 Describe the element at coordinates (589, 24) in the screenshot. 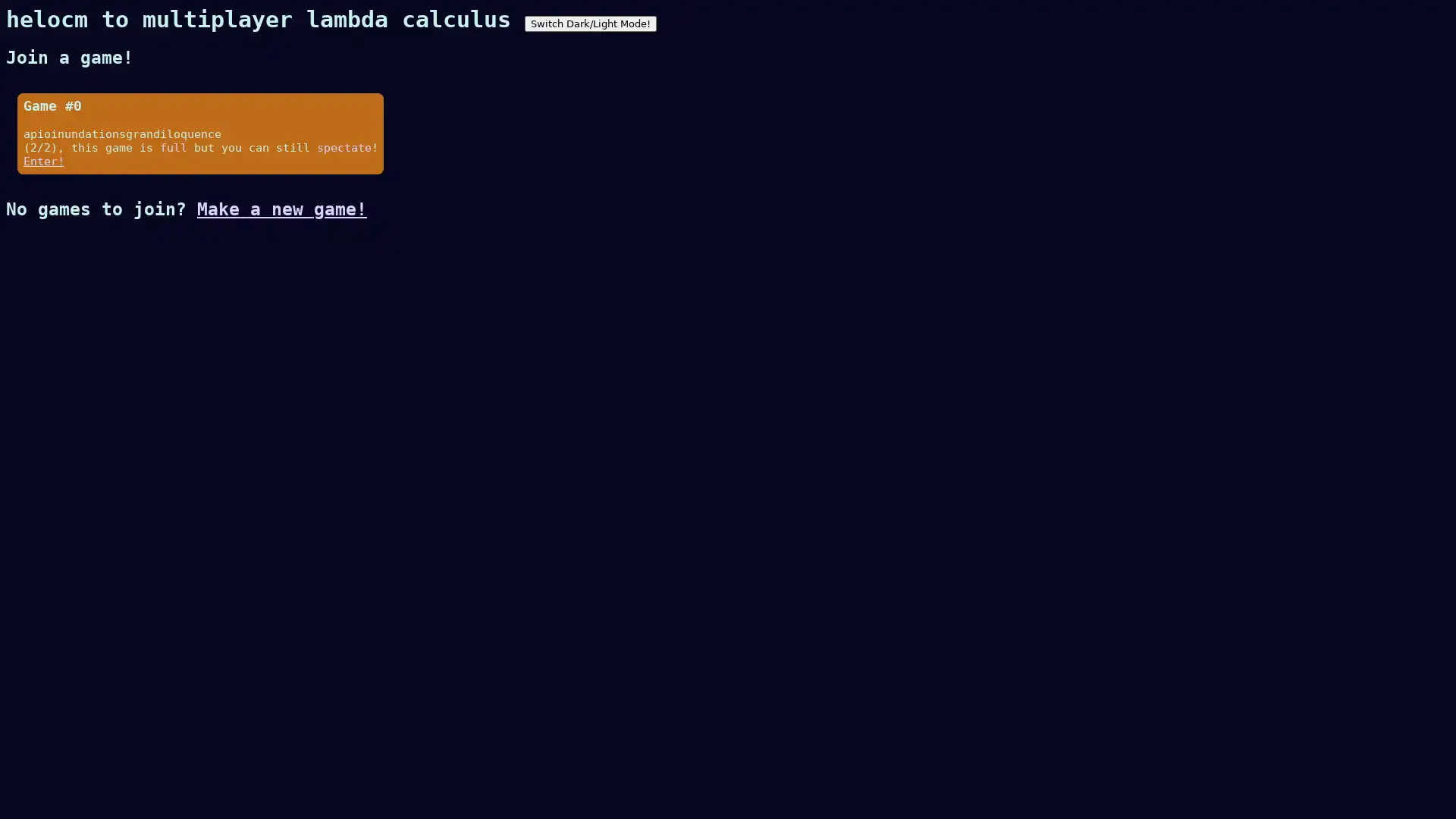

I see `Switch Dark/Light Mode!` at that location.